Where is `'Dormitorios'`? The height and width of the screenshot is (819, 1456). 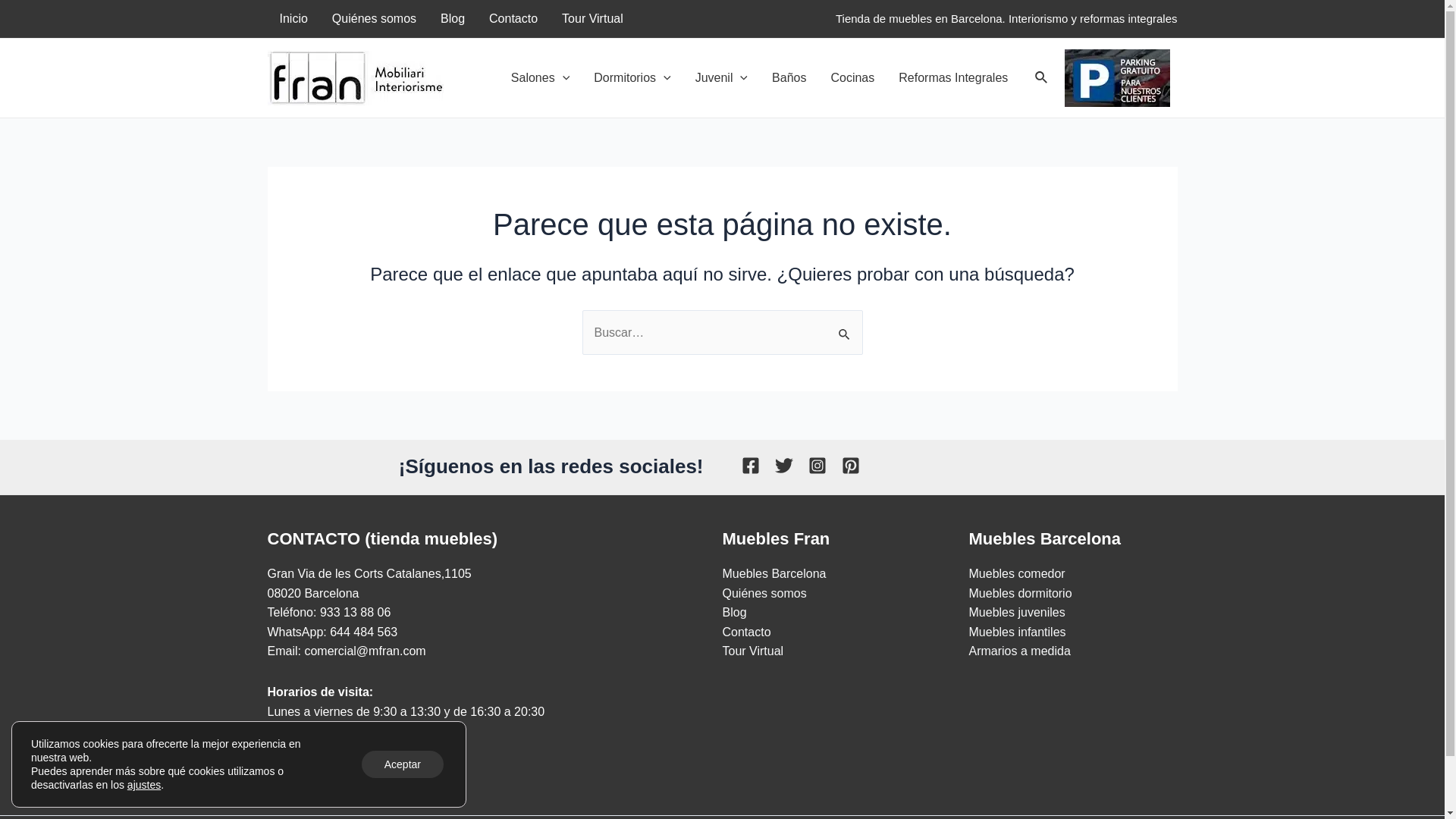 'Dormitorios' is located at coordinates (581, 78).